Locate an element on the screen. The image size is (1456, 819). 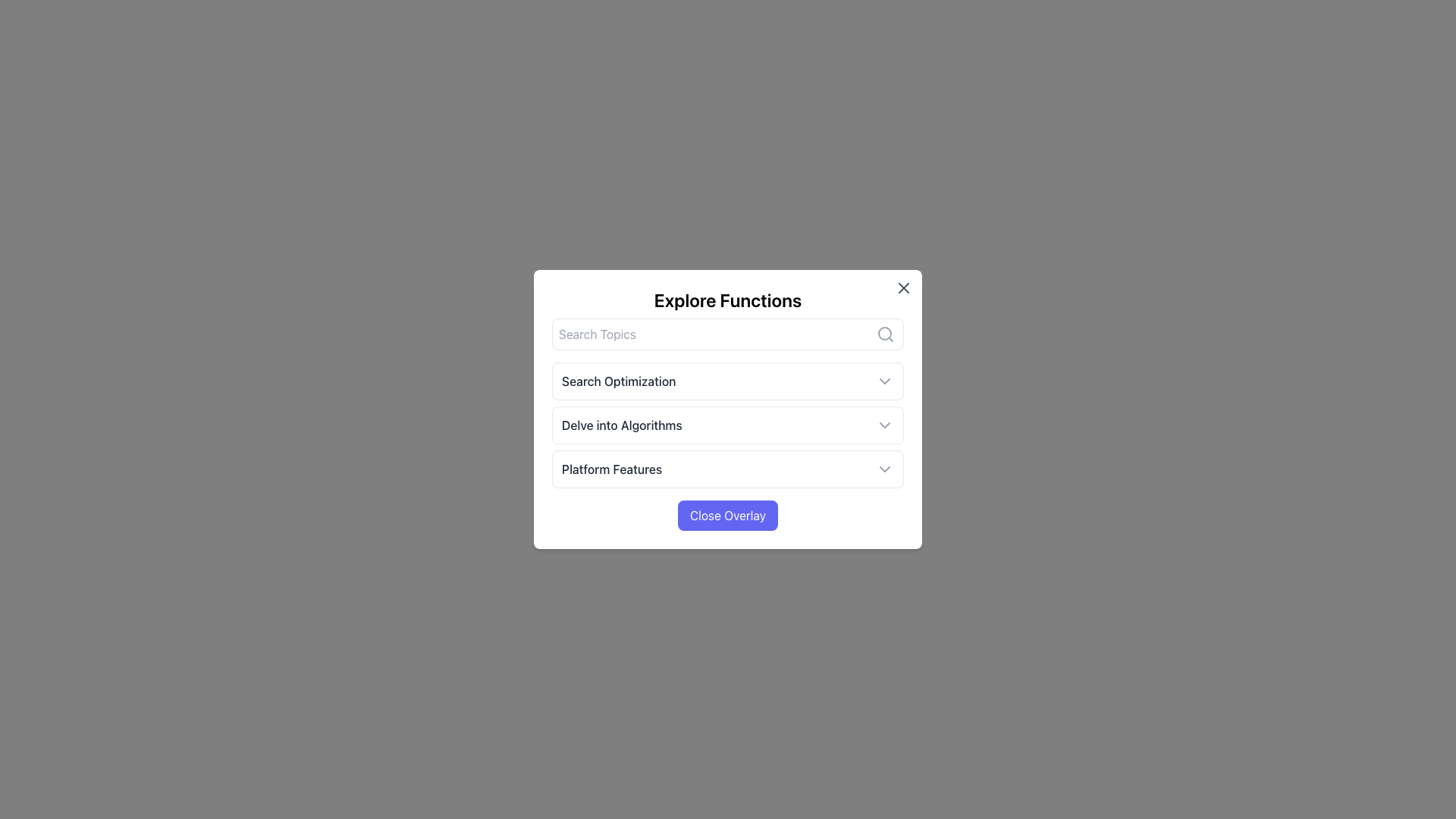
the first interactive dropdown menu item related to 'Search Optimization' in the modal titled 'Explore Functions' is located at coordinates (728, 380).